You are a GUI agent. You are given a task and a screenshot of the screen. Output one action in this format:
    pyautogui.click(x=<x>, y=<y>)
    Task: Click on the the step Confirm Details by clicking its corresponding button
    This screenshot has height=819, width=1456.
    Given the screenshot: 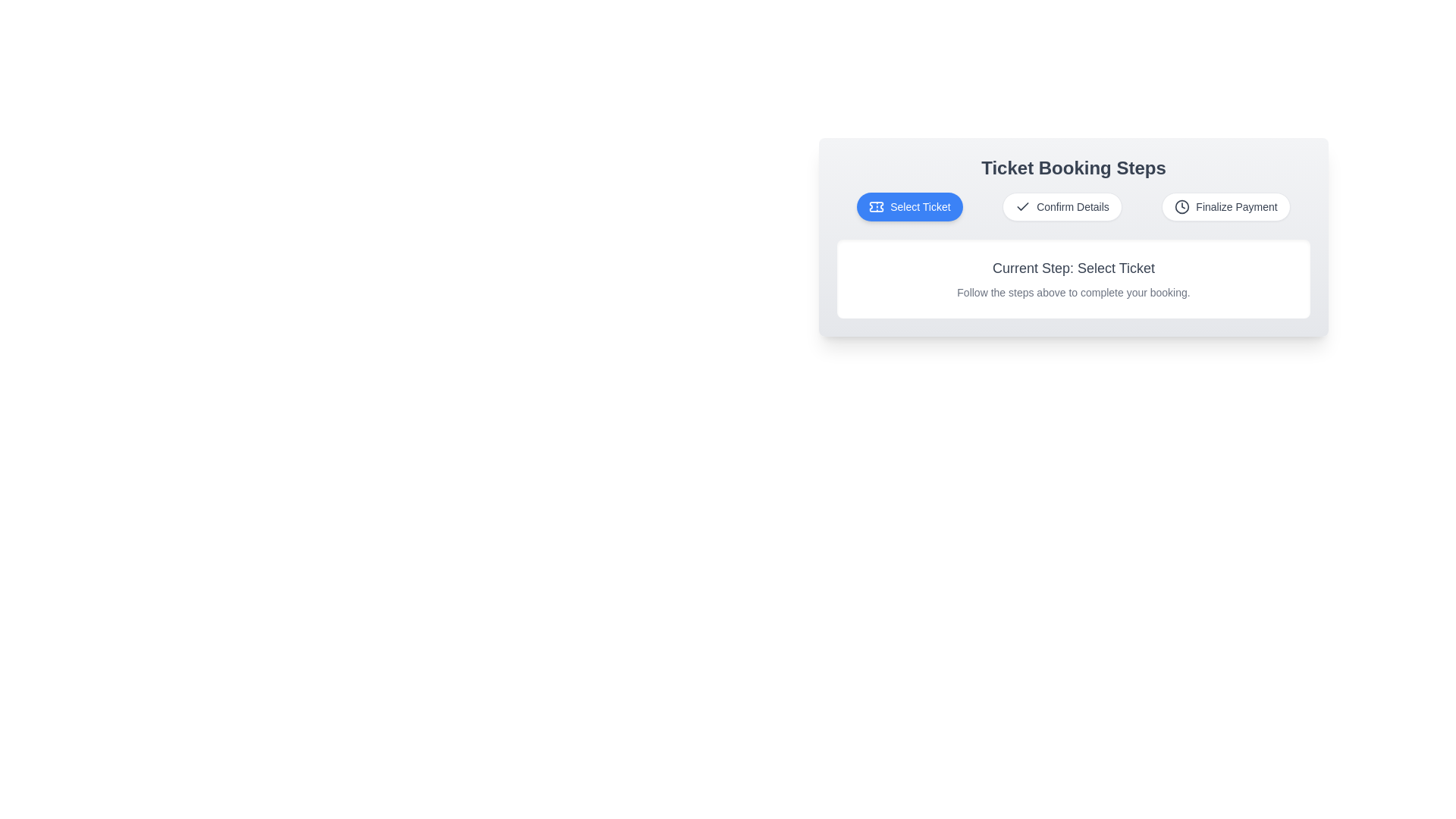 What is the action you would take?
    pyautogui.click(x=1062, y=207)
    